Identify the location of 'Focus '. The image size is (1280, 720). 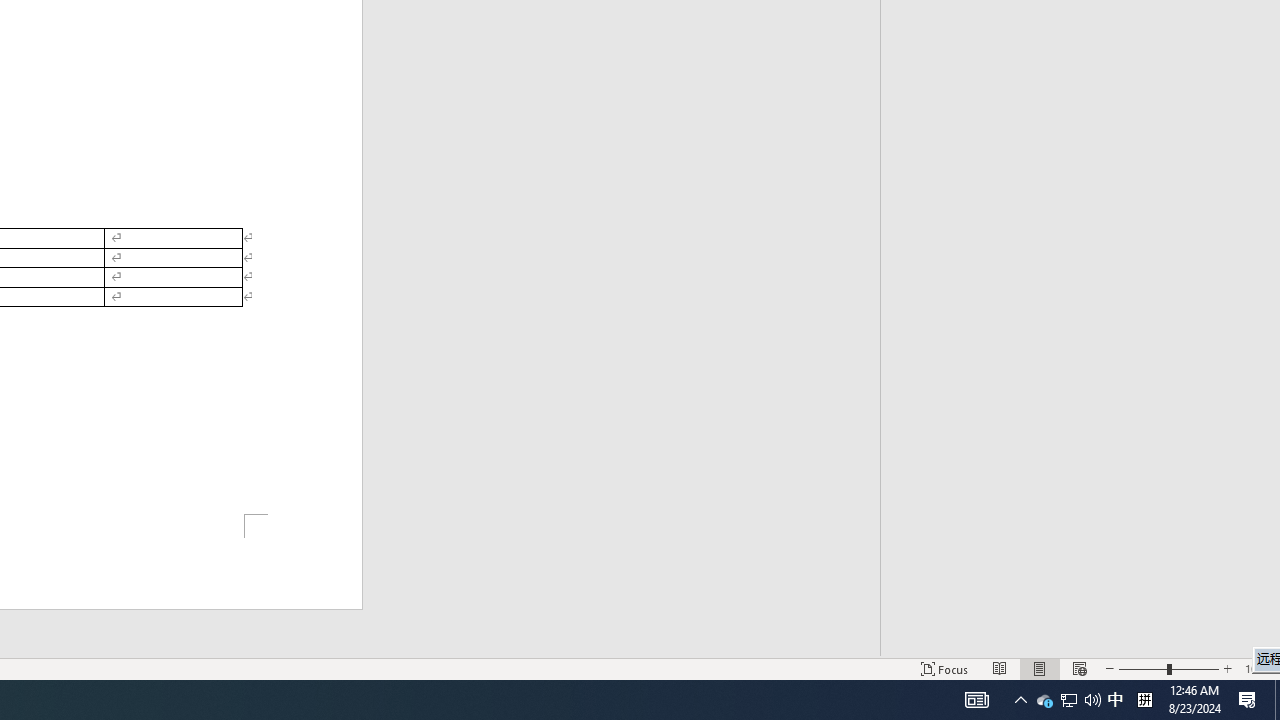
(943, 669).